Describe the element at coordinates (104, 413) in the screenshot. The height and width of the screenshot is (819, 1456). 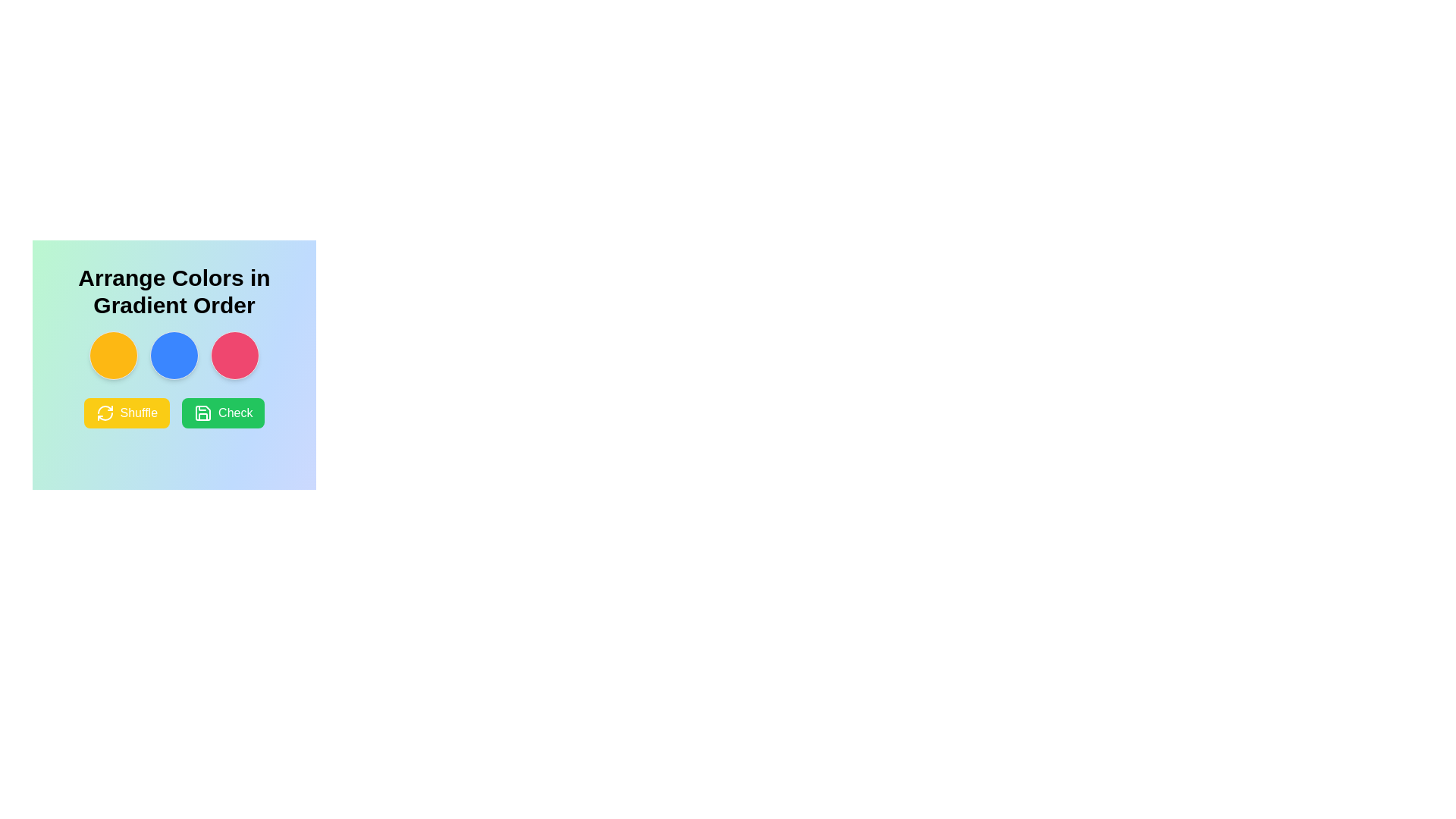
I see `the shuffle icon located on the left side of the horizontal button pair at the bottom of the interface to initiate shuffling` at that location.